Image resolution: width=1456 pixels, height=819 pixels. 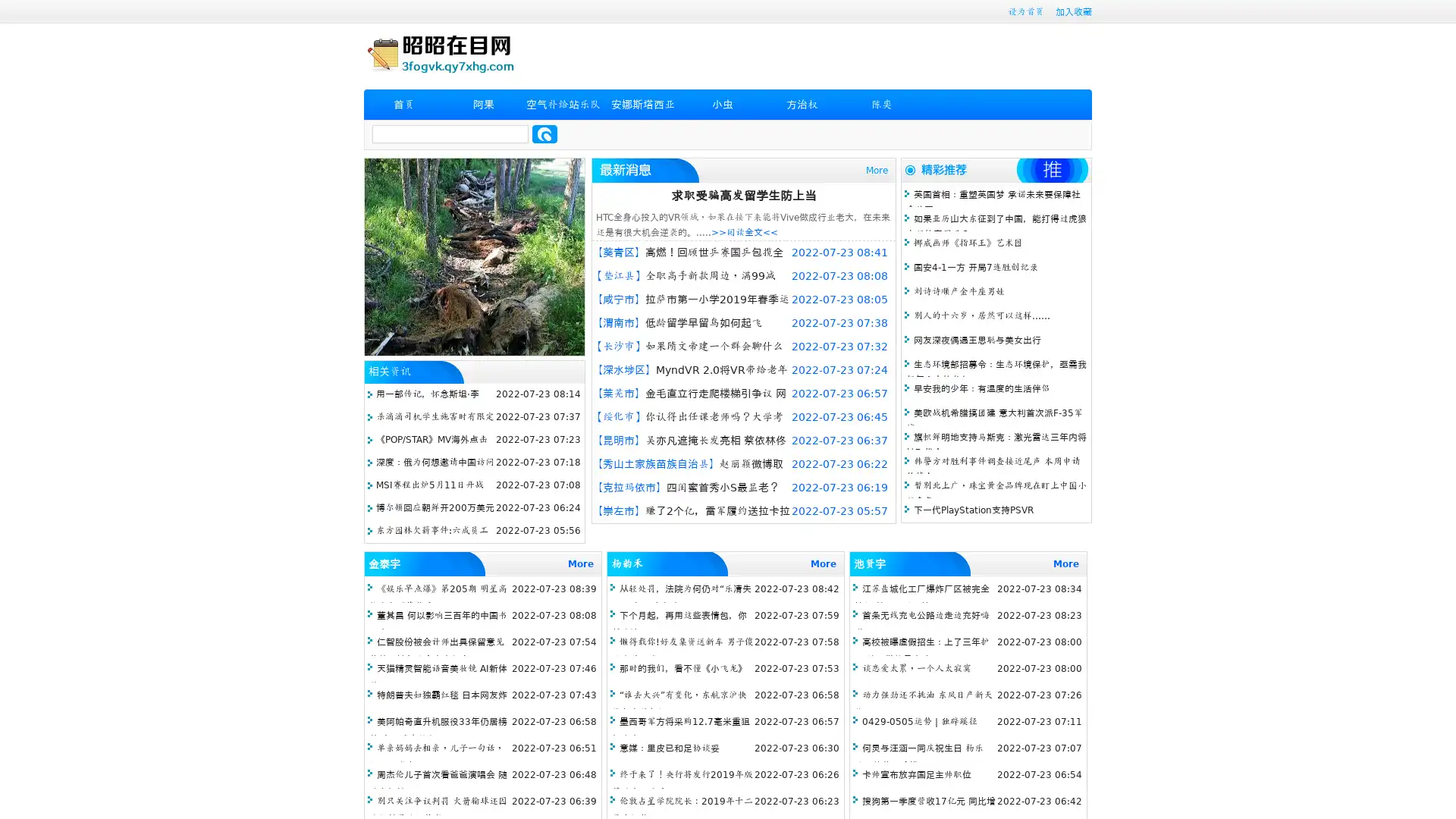 I want to click on Search, so click(x=544, y=133).